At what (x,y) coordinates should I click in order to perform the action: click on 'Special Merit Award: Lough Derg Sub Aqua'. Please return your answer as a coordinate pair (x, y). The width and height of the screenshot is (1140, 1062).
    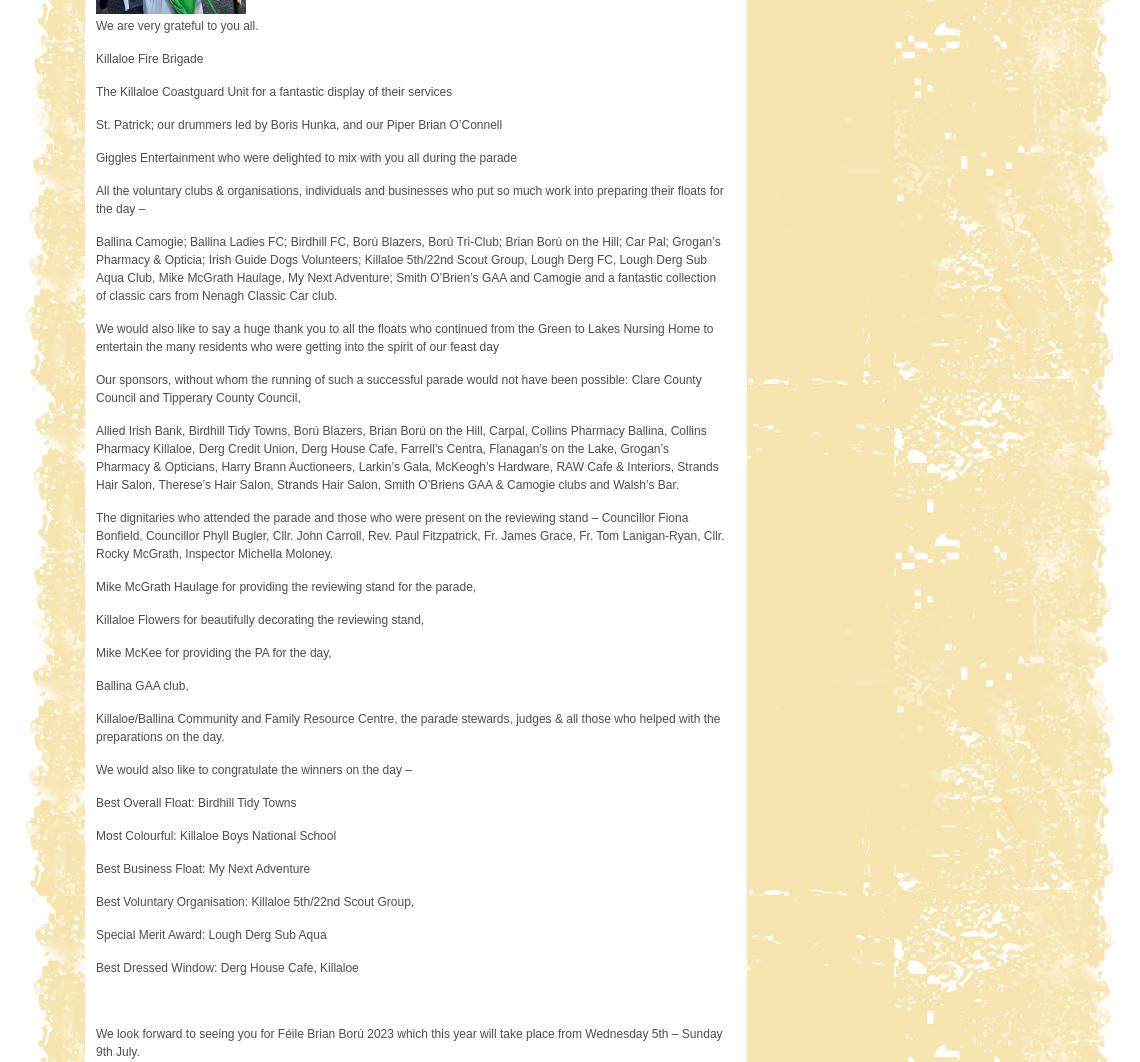
    Looking at the image, I should click on (211, 933).